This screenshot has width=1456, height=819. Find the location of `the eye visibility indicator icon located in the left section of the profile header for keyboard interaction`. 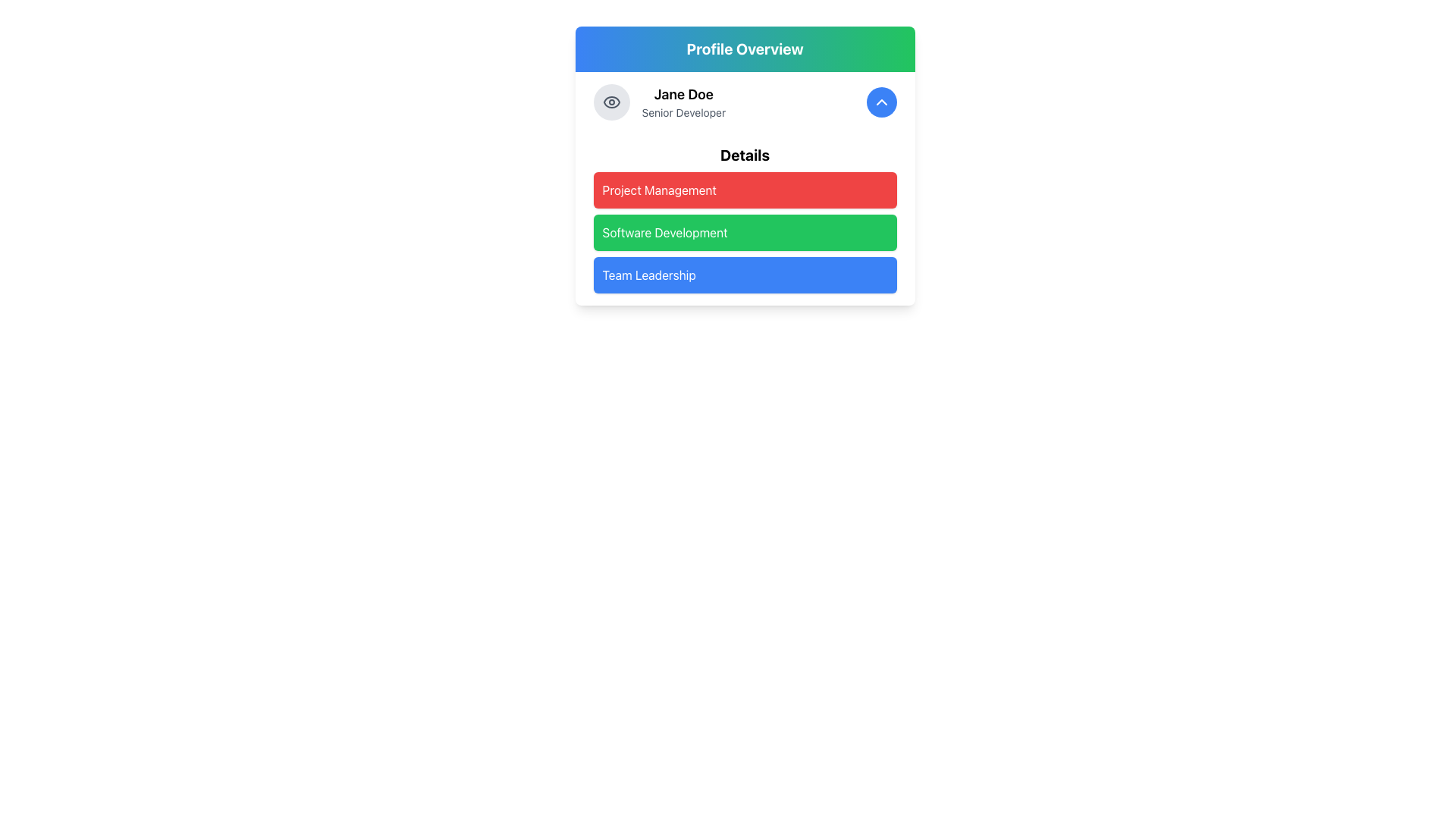

the eye visibility indicator icon located in the left section of the profile header for keyboard interaction is located at coordinates (611, 102).